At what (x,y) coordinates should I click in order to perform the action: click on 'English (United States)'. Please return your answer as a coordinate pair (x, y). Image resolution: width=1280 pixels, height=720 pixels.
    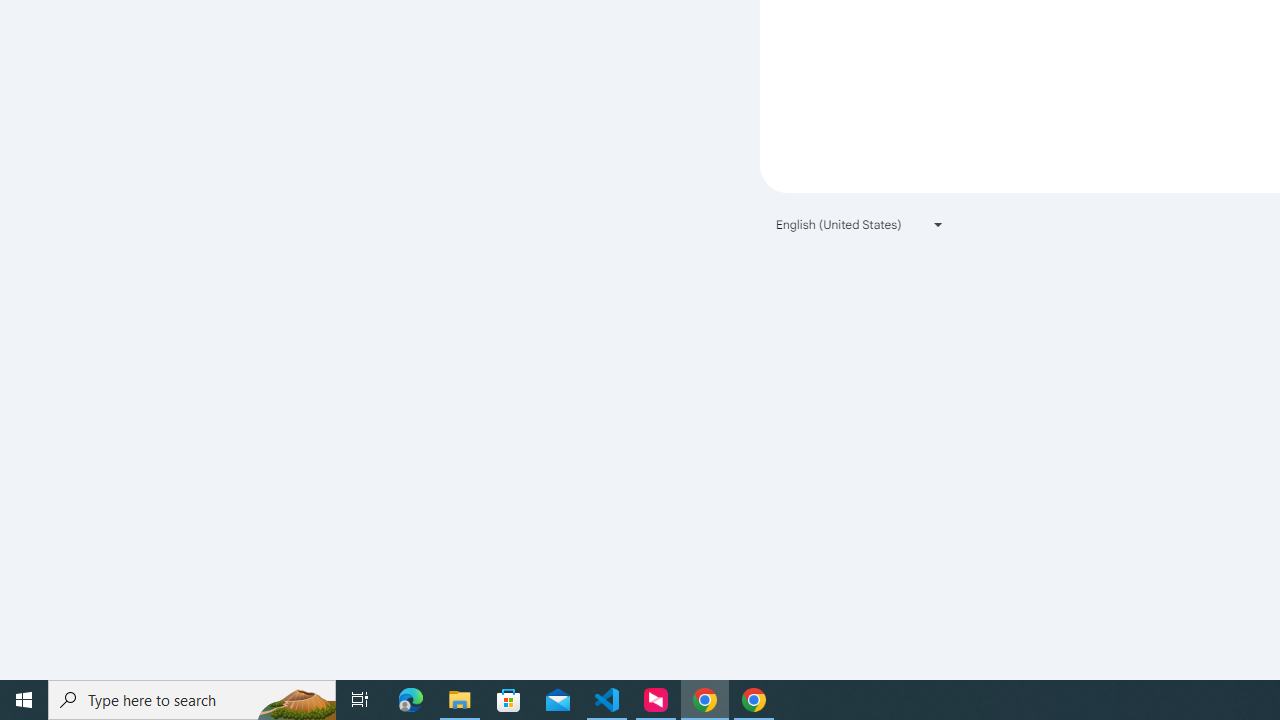
    Looking at the image, I should click on (860, 224).